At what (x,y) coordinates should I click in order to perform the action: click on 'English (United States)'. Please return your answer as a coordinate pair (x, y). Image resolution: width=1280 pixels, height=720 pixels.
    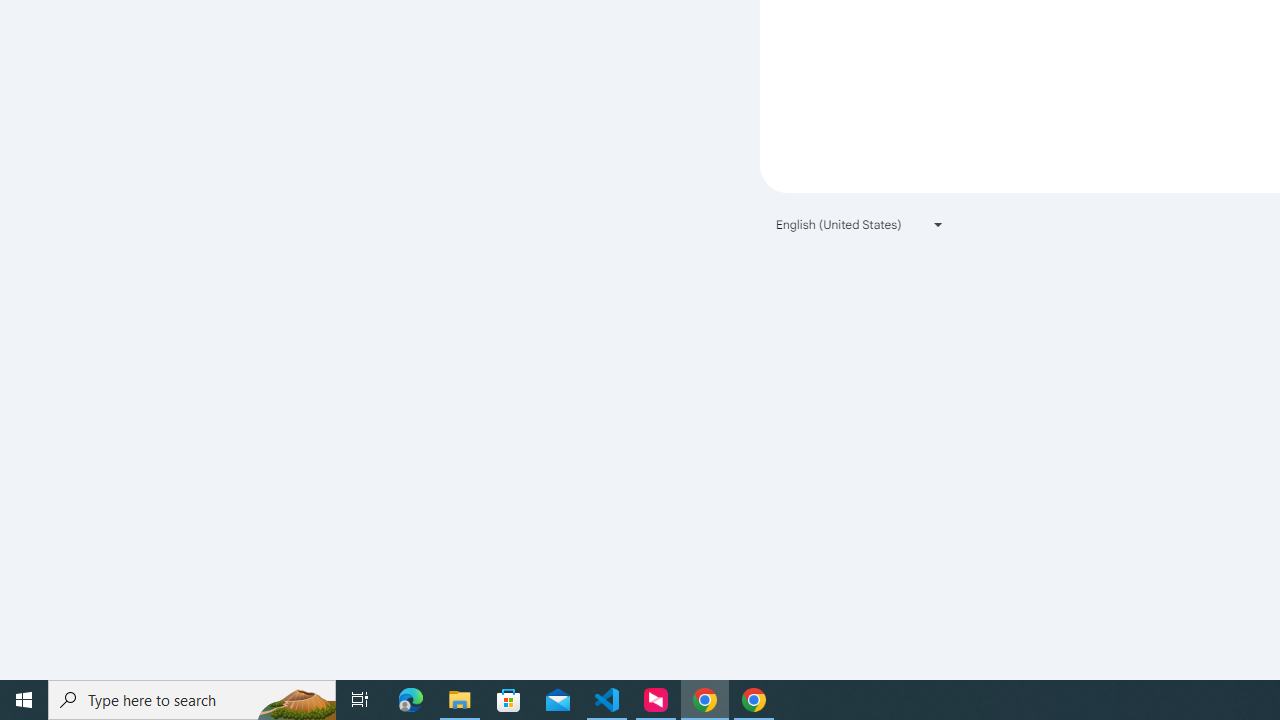
    Looking at the image, I should click on (860, 224).